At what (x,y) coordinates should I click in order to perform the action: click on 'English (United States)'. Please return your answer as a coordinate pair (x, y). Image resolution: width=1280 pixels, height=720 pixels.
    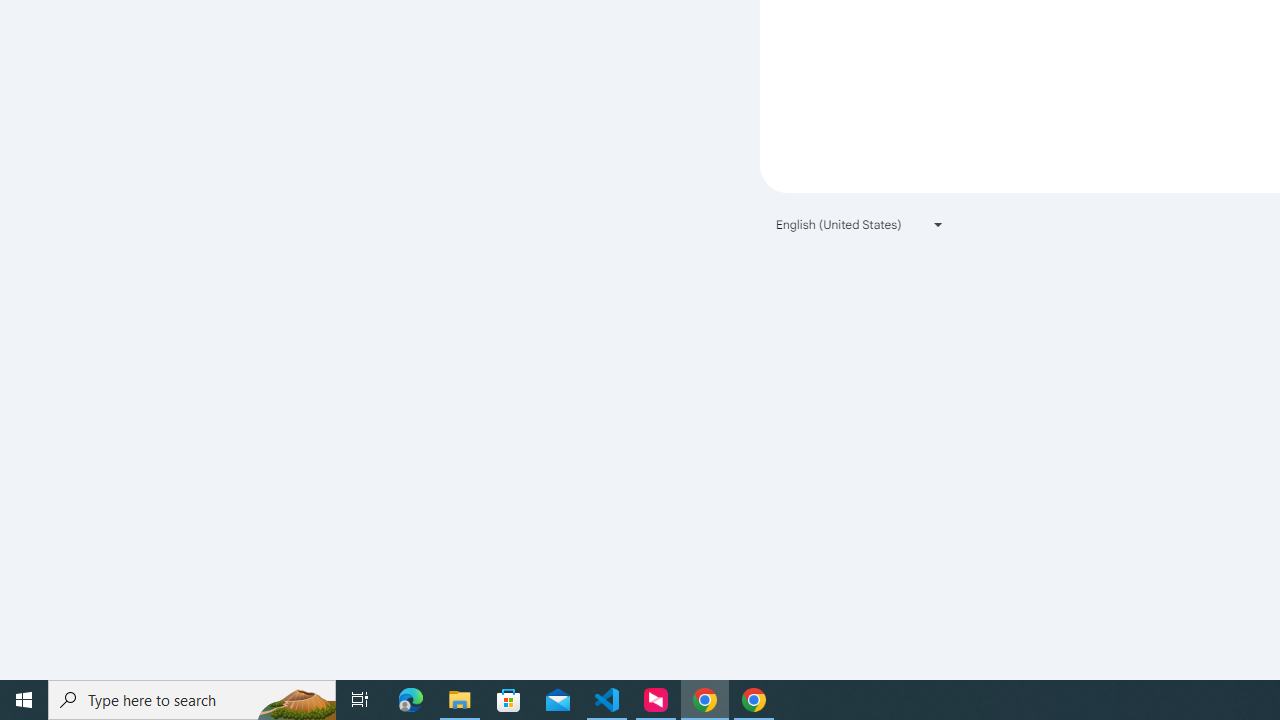
    Looking at the image, I should click on (860, 224).